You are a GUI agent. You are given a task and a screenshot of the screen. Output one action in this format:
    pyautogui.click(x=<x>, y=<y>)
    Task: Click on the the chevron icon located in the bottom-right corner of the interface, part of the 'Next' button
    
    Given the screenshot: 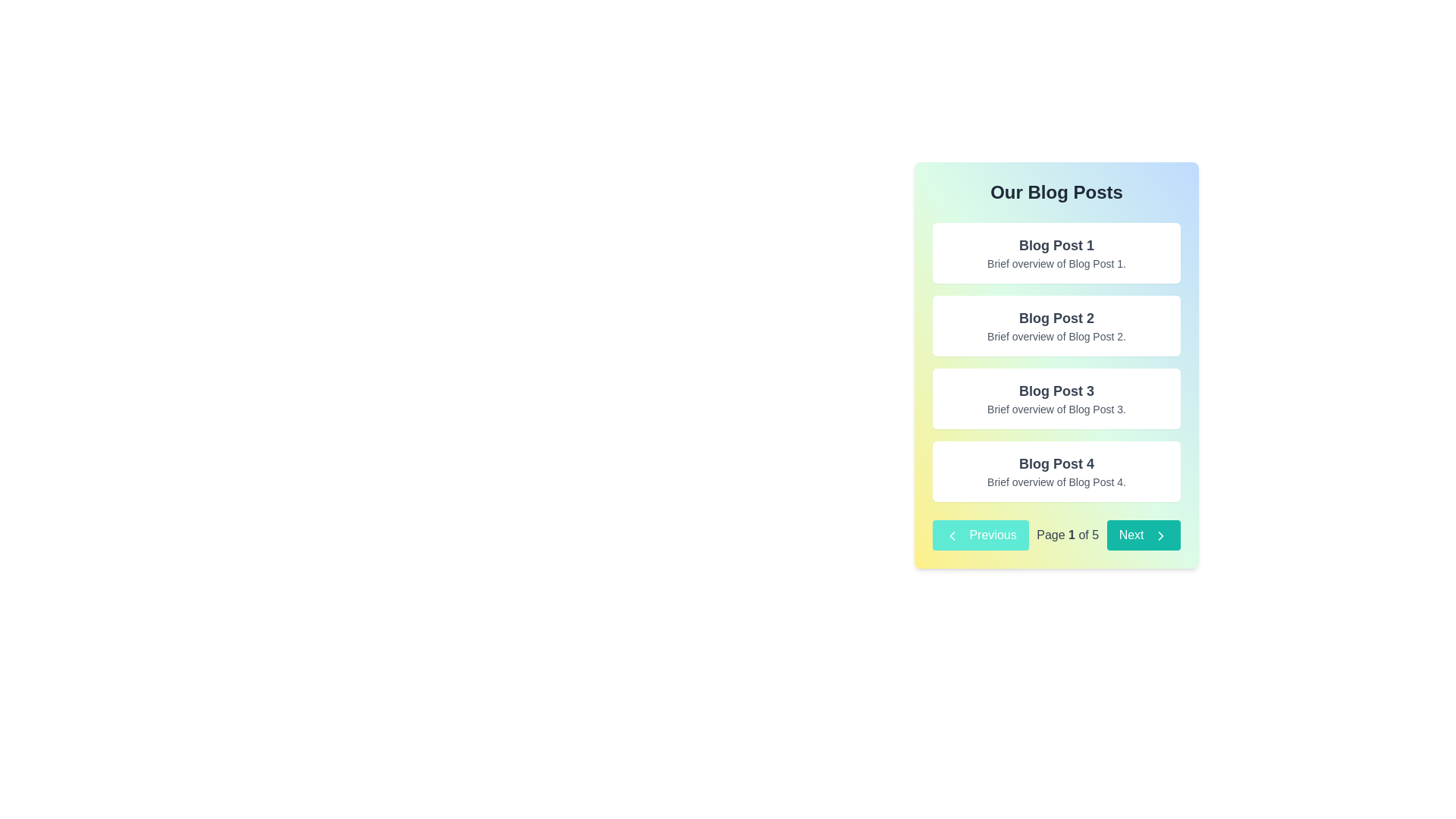 What is the action you would take?
    pyautogui.click(x=1160, y=534)
    